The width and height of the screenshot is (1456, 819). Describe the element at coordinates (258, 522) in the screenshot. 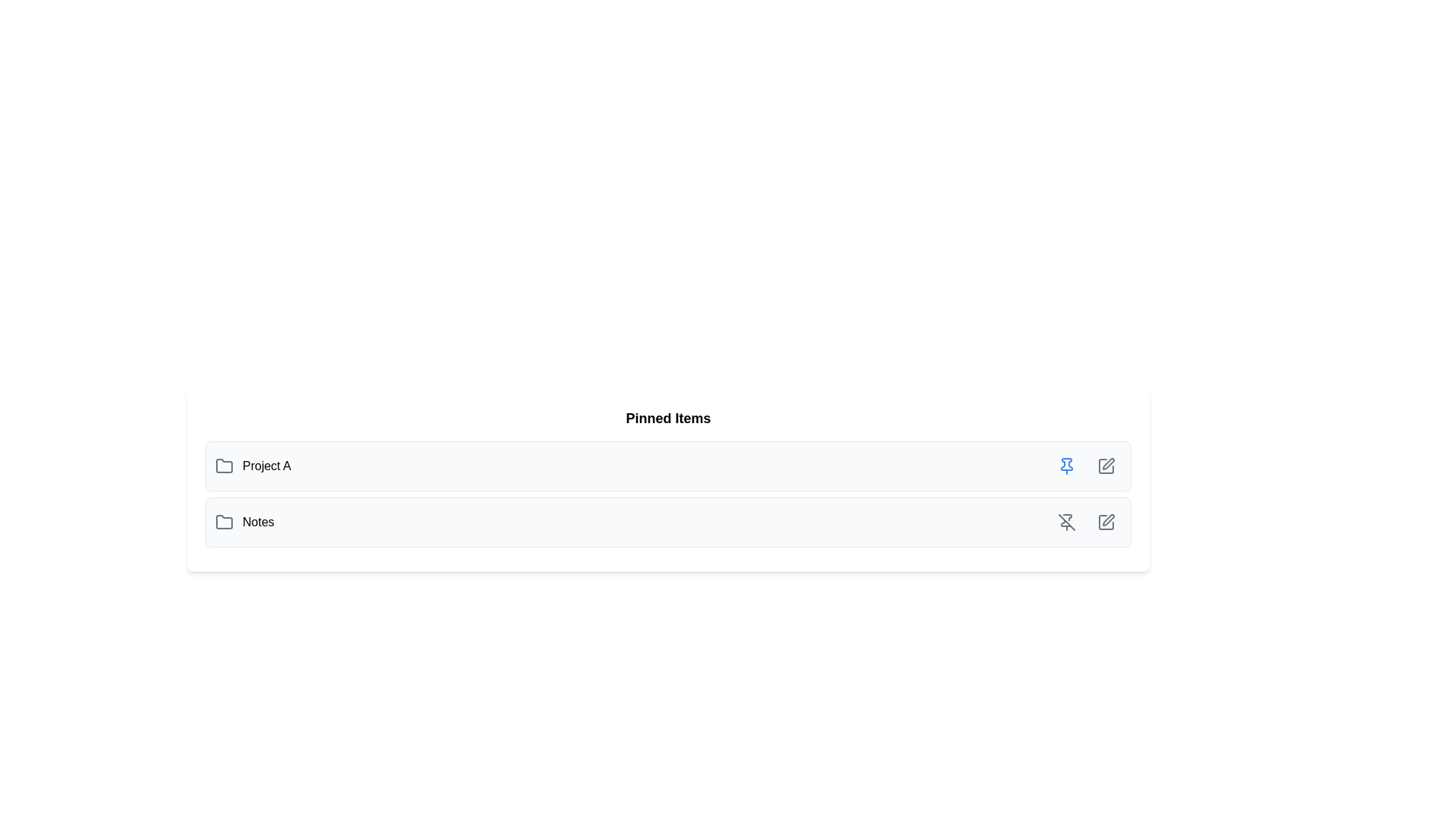

I see `text label 'Notes' located in the second row of the list under 'Pinned Items', aligned to the right of the folder icon` at that location.